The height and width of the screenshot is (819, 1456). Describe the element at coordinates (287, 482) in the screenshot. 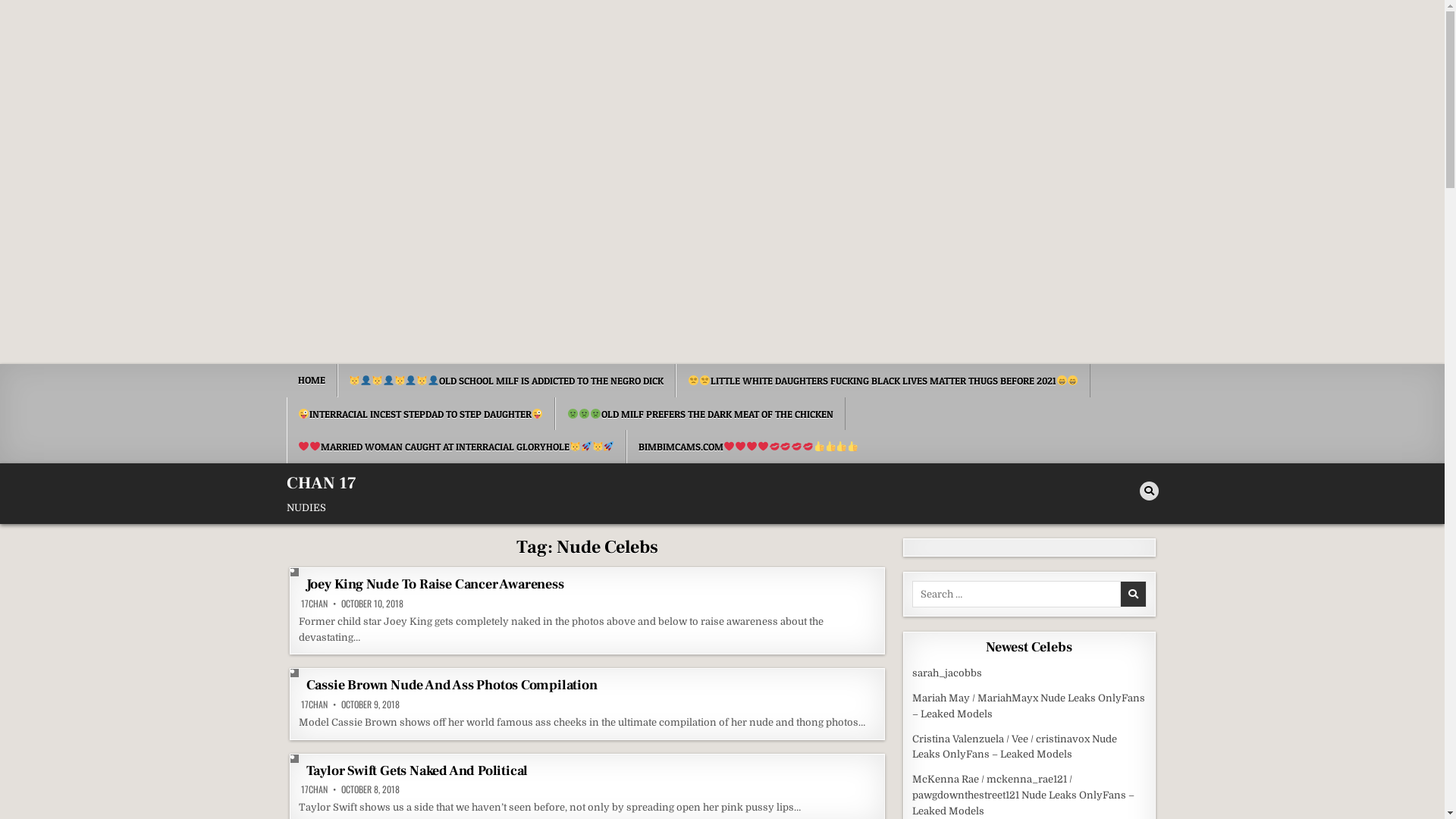

I see `'CHAN 17'` at that location.